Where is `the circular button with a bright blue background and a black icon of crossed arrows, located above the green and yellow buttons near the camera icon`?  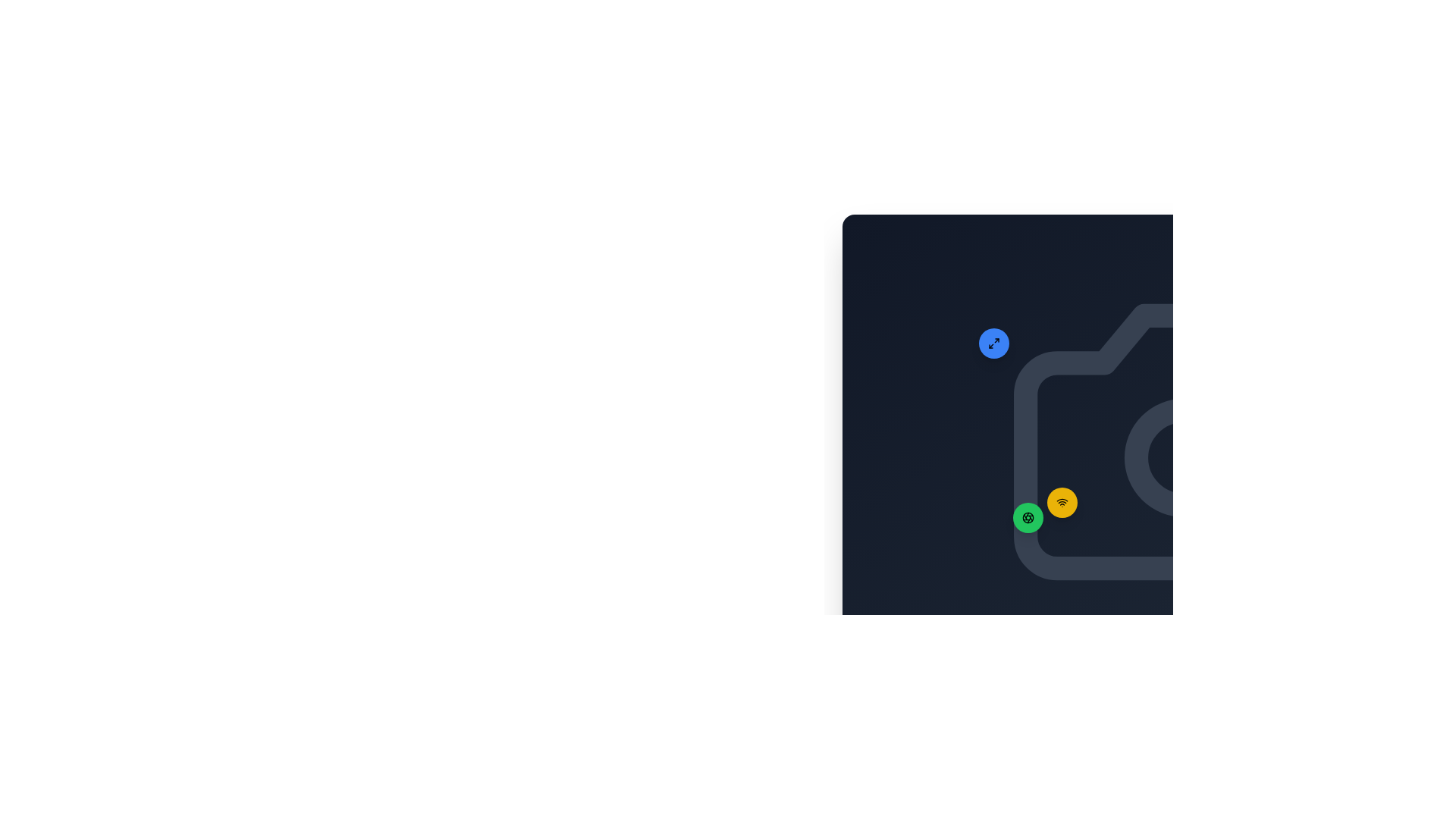 the circular button with a bright blue background and a black icon of crossed arrows, located above the green and yellow buttons near the camera icon is located at coordinates (993, 343).